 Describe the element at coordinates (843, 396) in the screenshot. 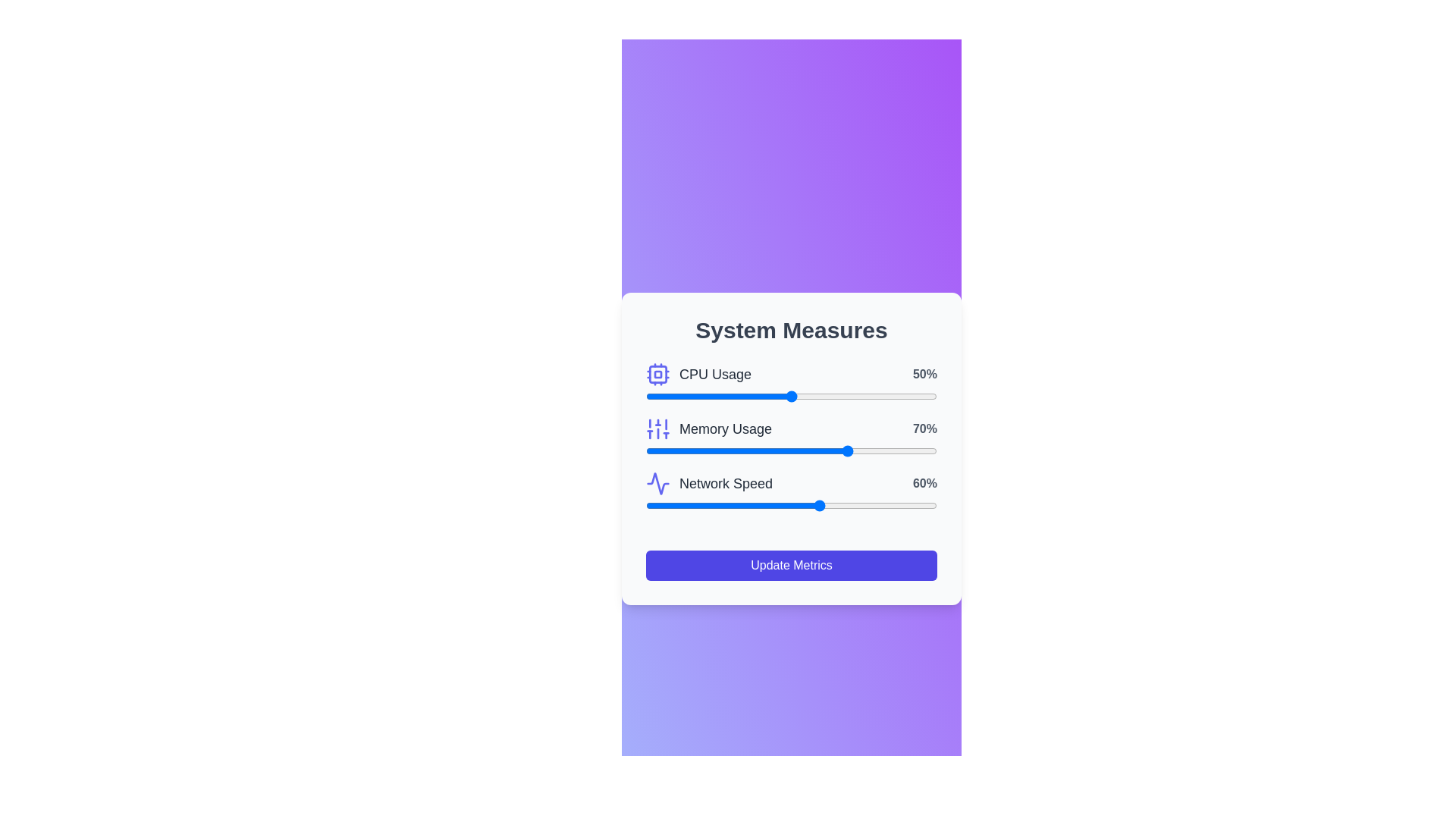

I see `the CPU Usage slider to set the usage to 68%` at that location.